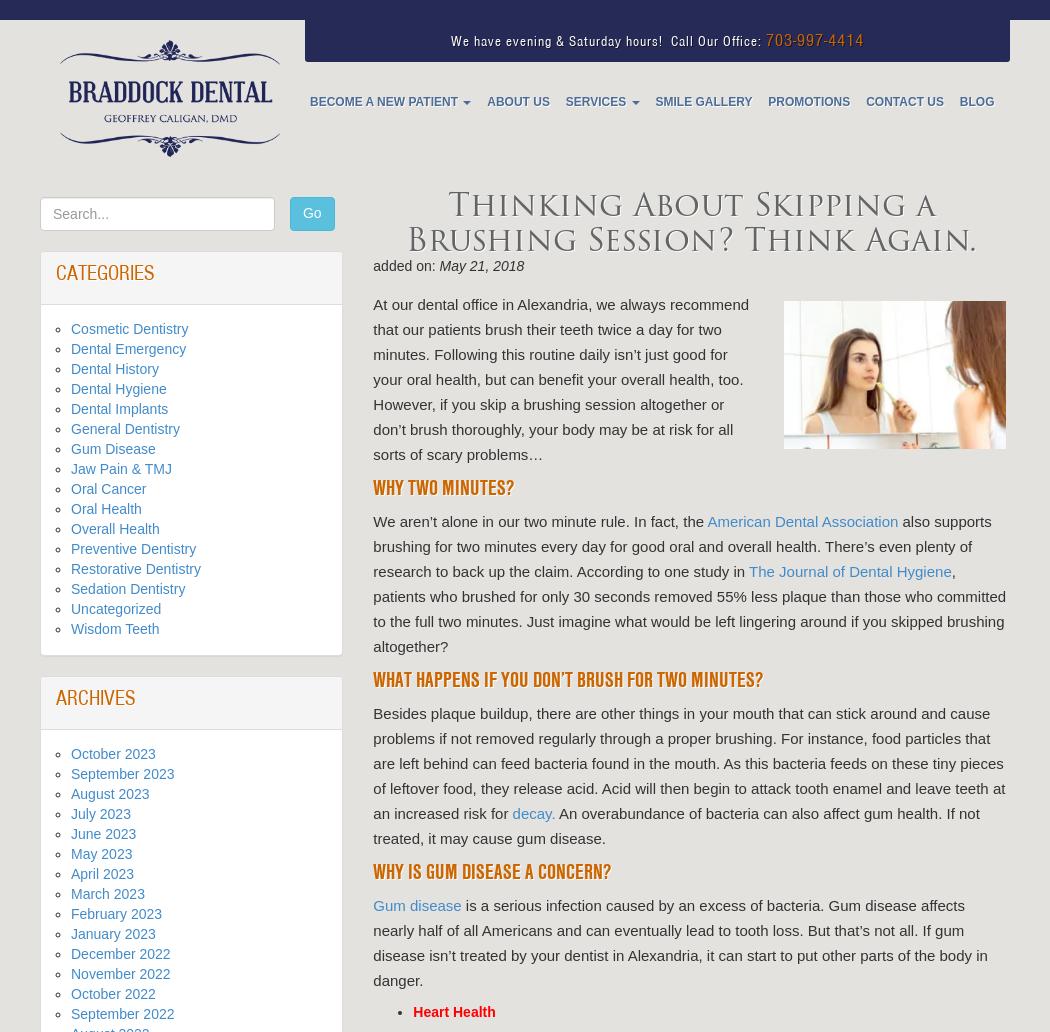 The height and width of the screenshot is (1032, 1050). What do you see at coordinates (112, 448) in the screenshot?
I see `'Gum Disease'` at bounding box center [112, 448].